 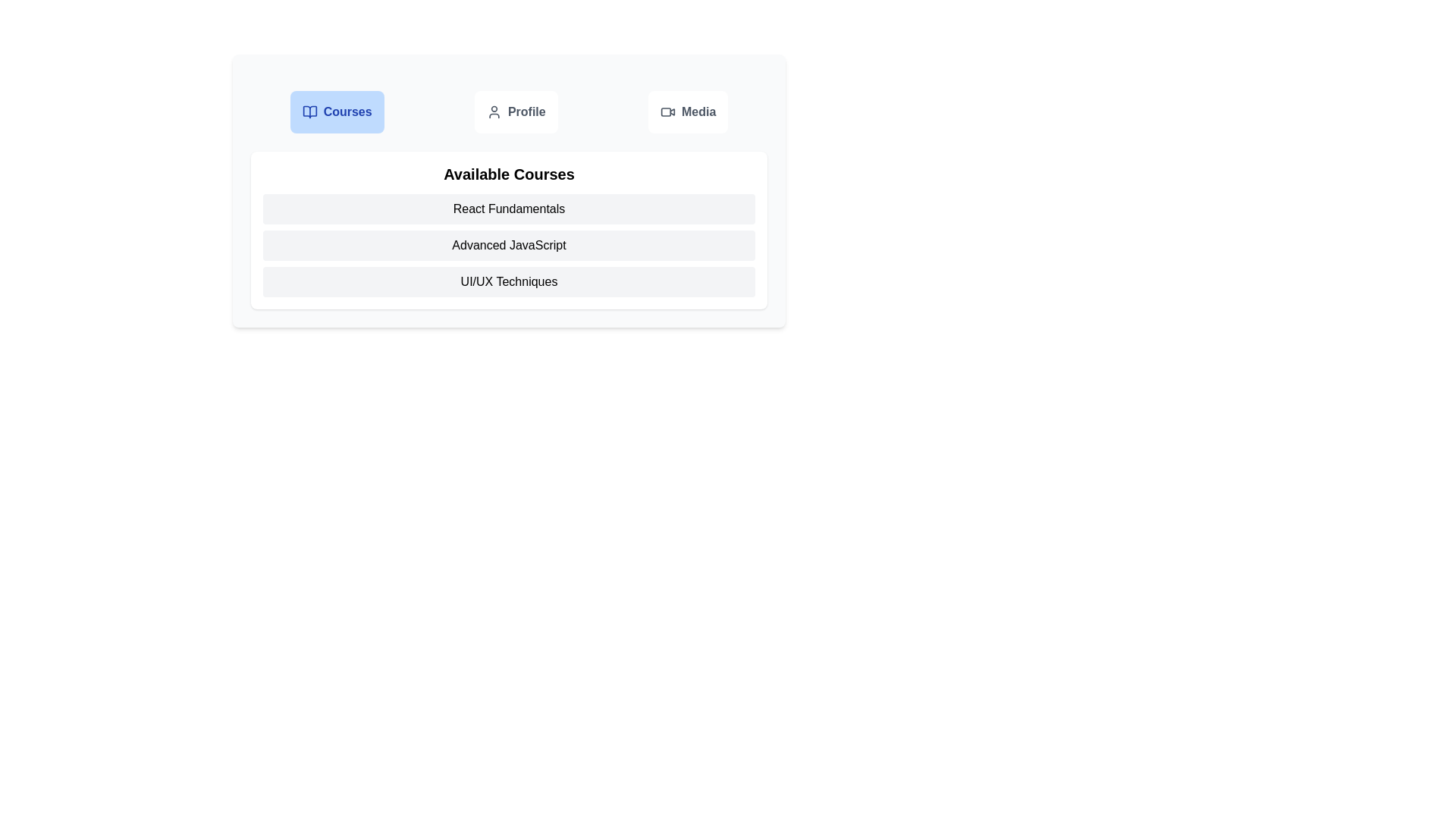 I want to click on the 'Media' button, which is the third button in a horizontal row of buttons located in the upper section of the interface, so click(x=687, y=111).